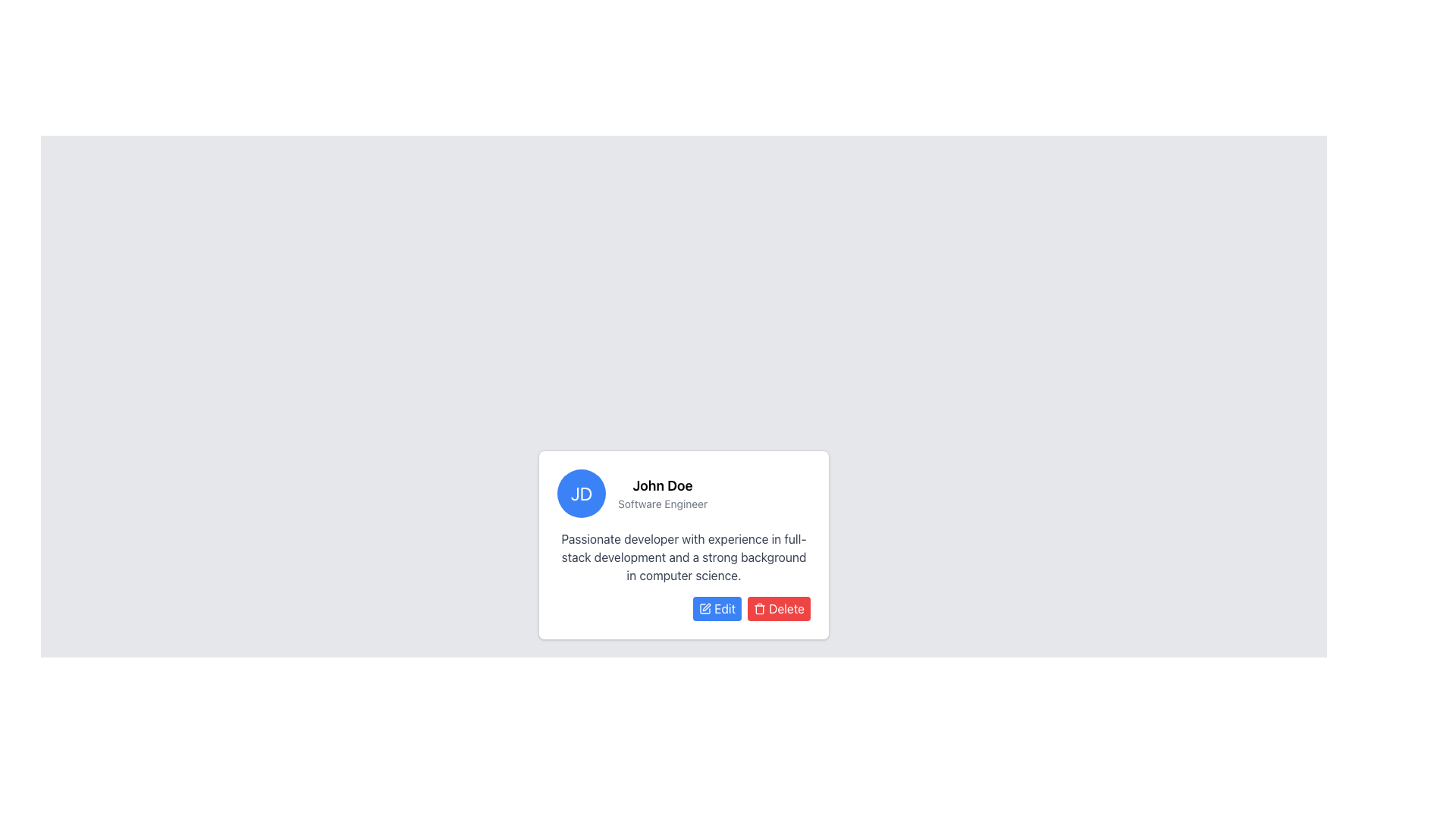 The width and height of the screenshot is (1456, 819). What do you see at coordinates (683, 607) in the screenshot?
I see `the 'Edit' button located at the bottom-right section of John Doe's profile card to initiate editing` at bounding box center [683, 607].